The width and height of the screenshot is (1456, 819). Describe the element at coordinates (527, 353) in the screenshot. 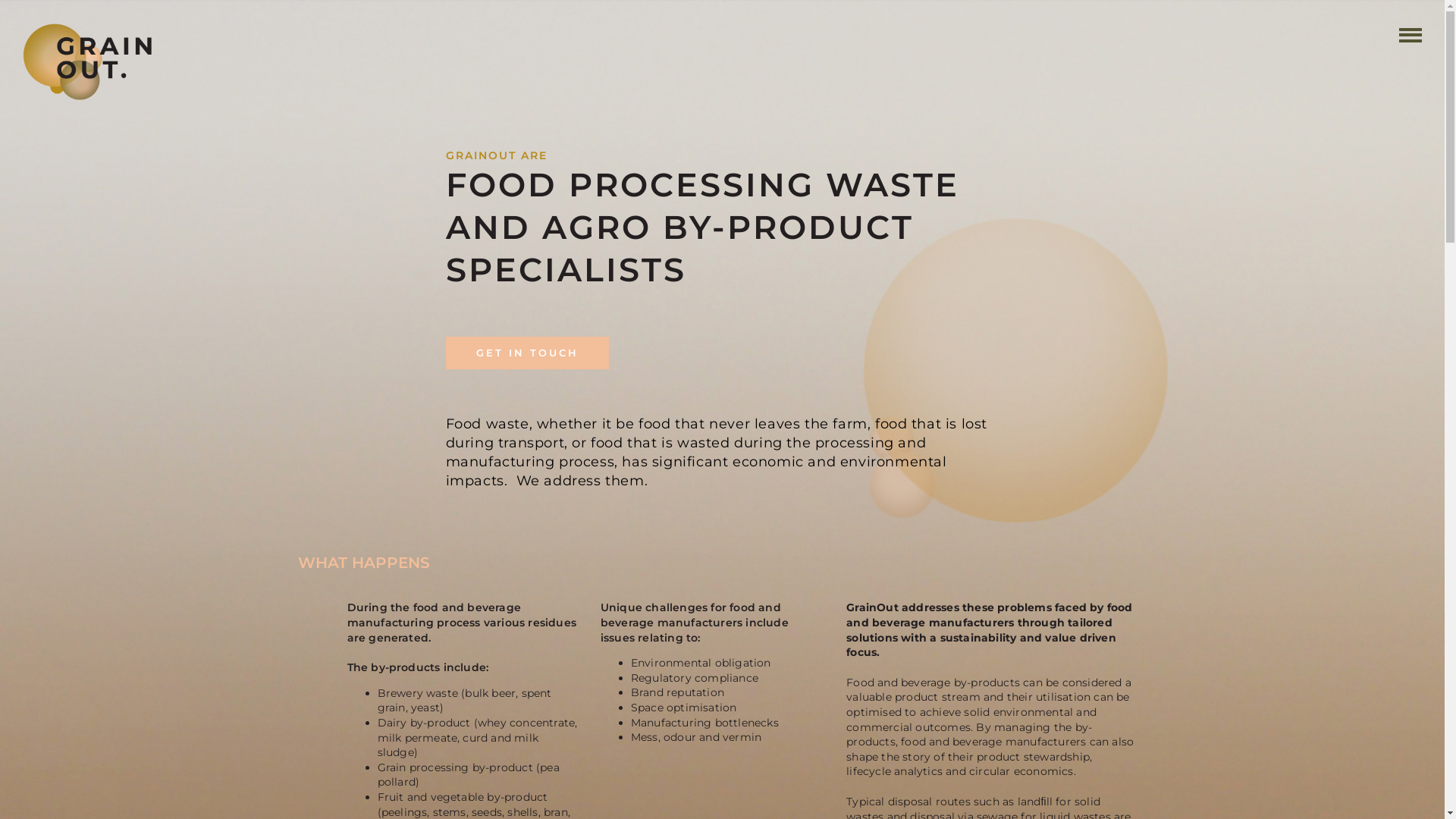

I see `'GET IN TOUCH'` at that location.